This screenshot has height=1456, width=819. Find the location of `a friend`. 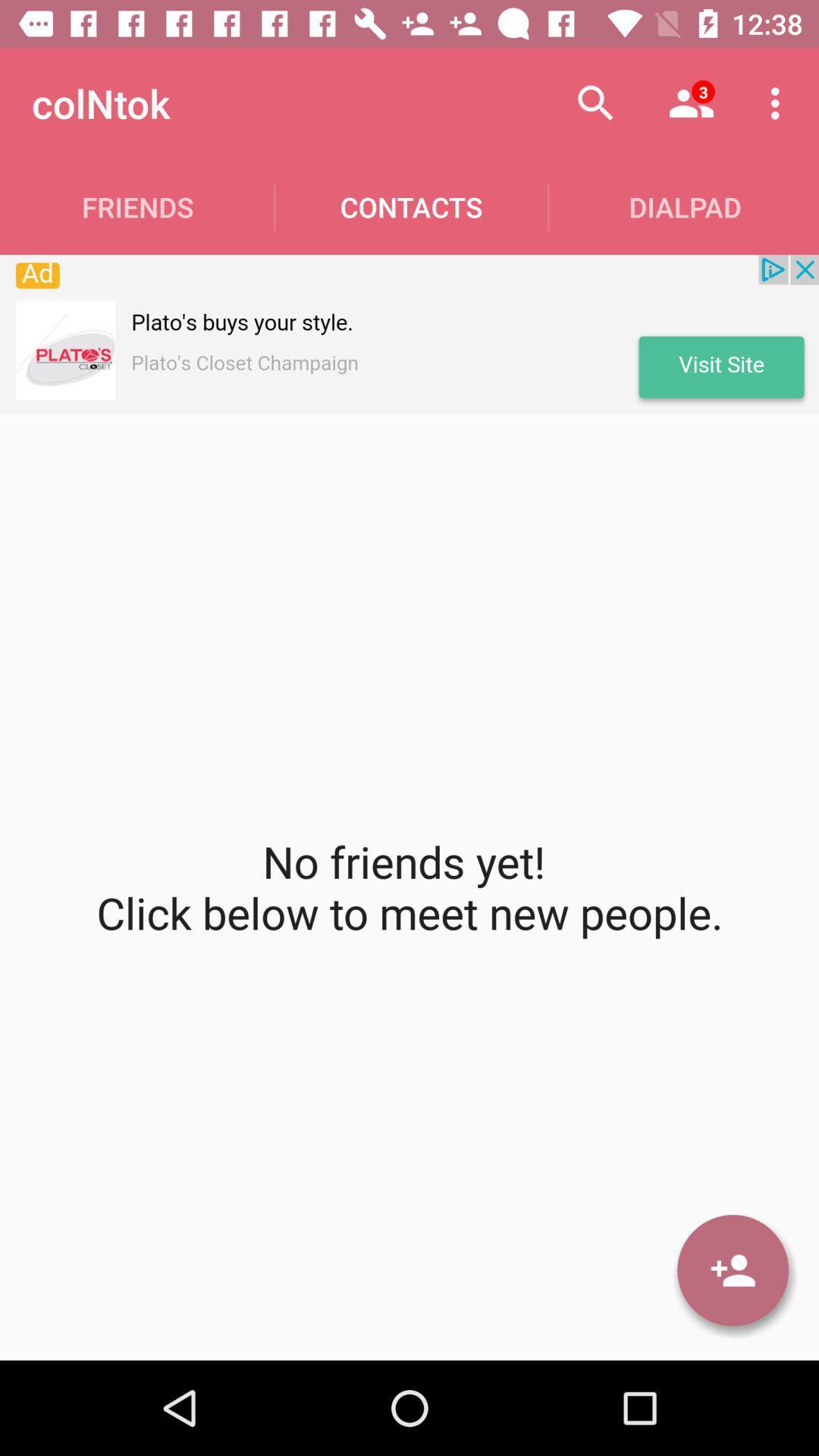

a friend is located at coordinates (732, 1270).